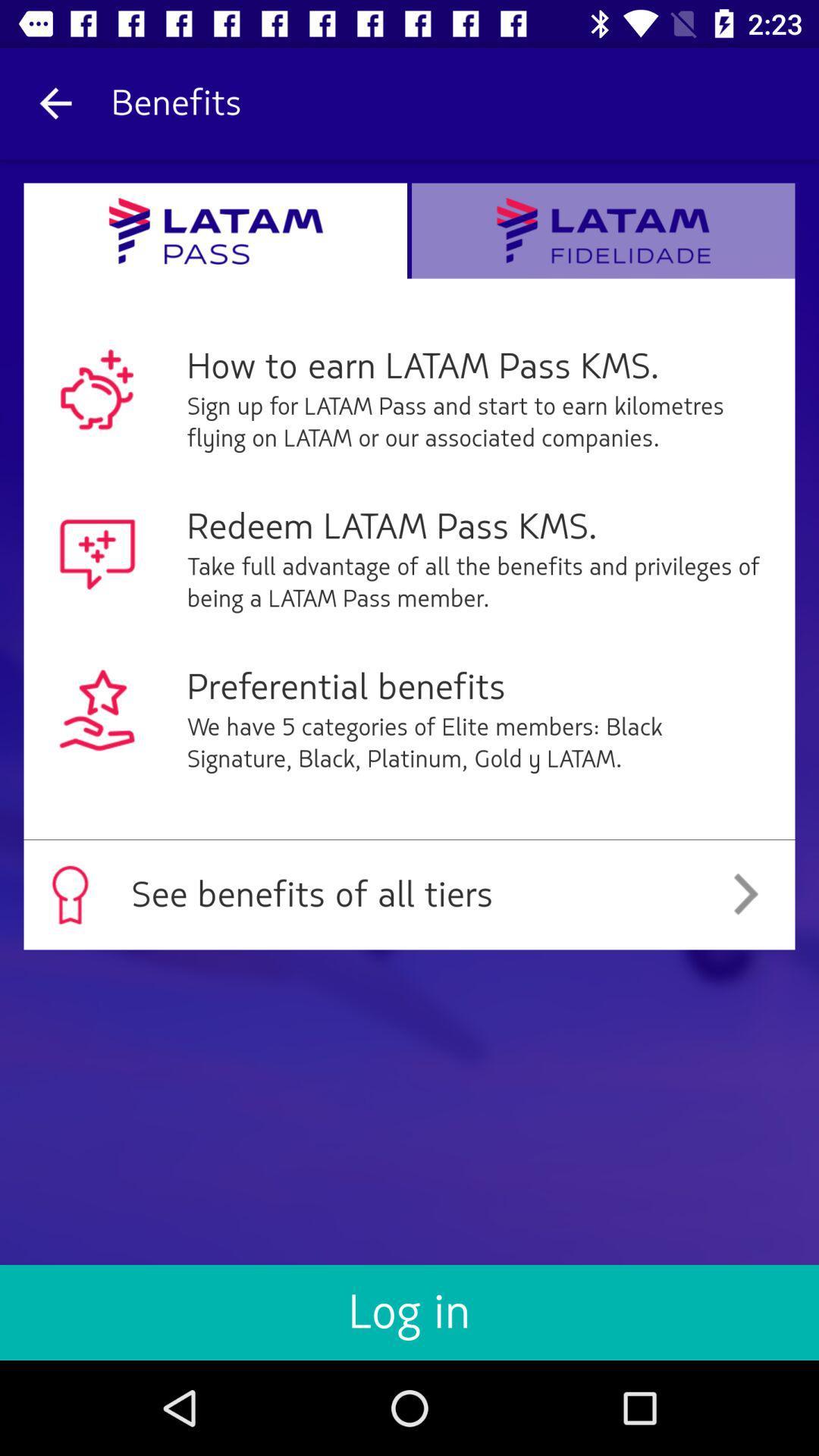  What do you see at coordinates (602, 231) in the screenshot?
I see `text along with logo beside latam pass` at bounding box center [602, 231].